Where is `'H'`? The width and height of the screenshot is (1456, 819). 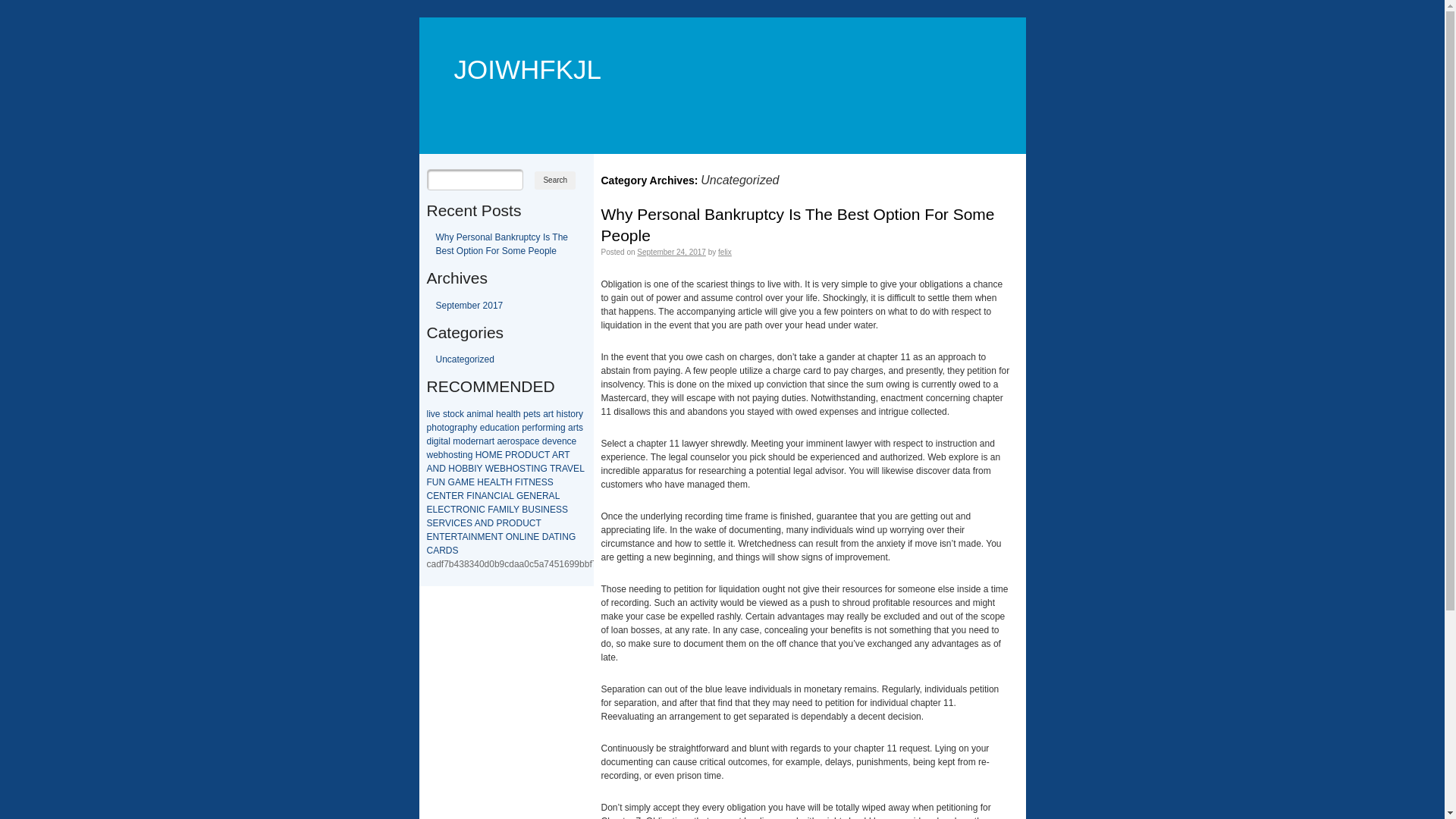
'H' is located at coordinates (506, 482).